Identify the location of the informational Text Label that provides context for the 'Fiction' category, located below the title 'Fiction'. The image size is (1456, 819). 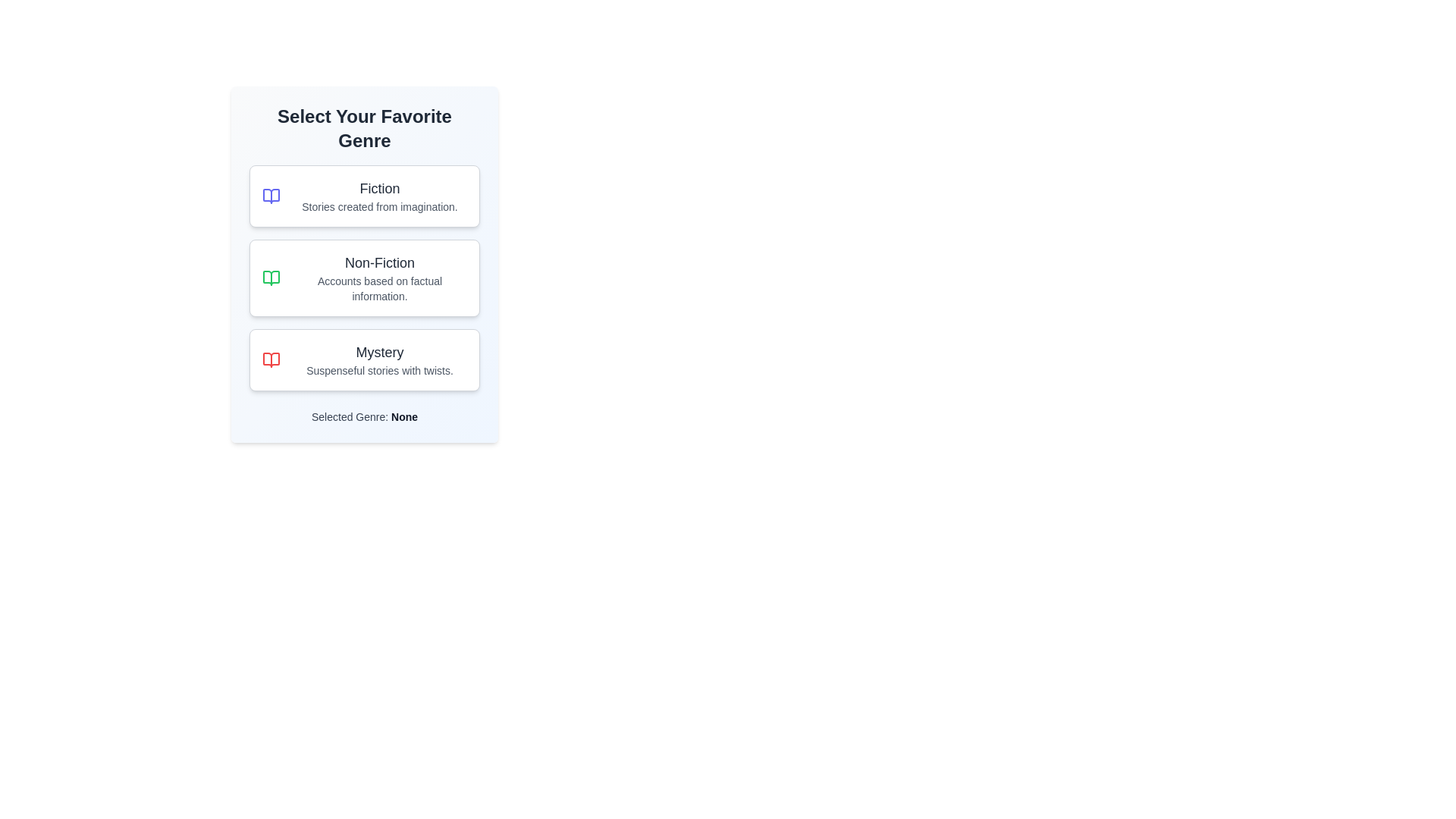
(379, 207).